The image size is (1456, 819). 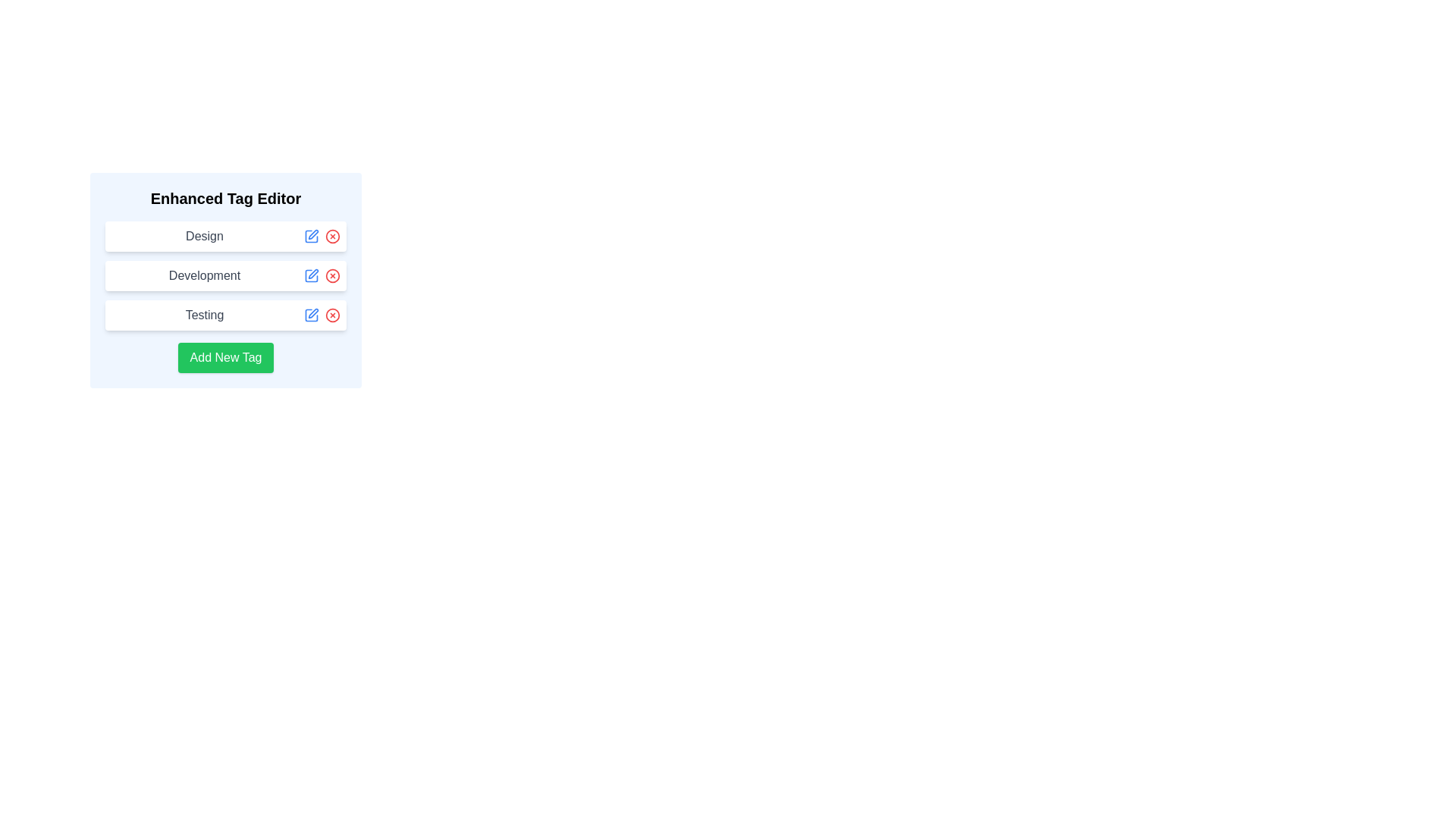 What do you see at coordinates (224, 281) in the screenshot?
I see `the 'Development' tag displayed as a static text label, which is the second item in a vertically-stacked list under the heading 'Enhanced Tag Editor'` at bounding box center [224, 281].